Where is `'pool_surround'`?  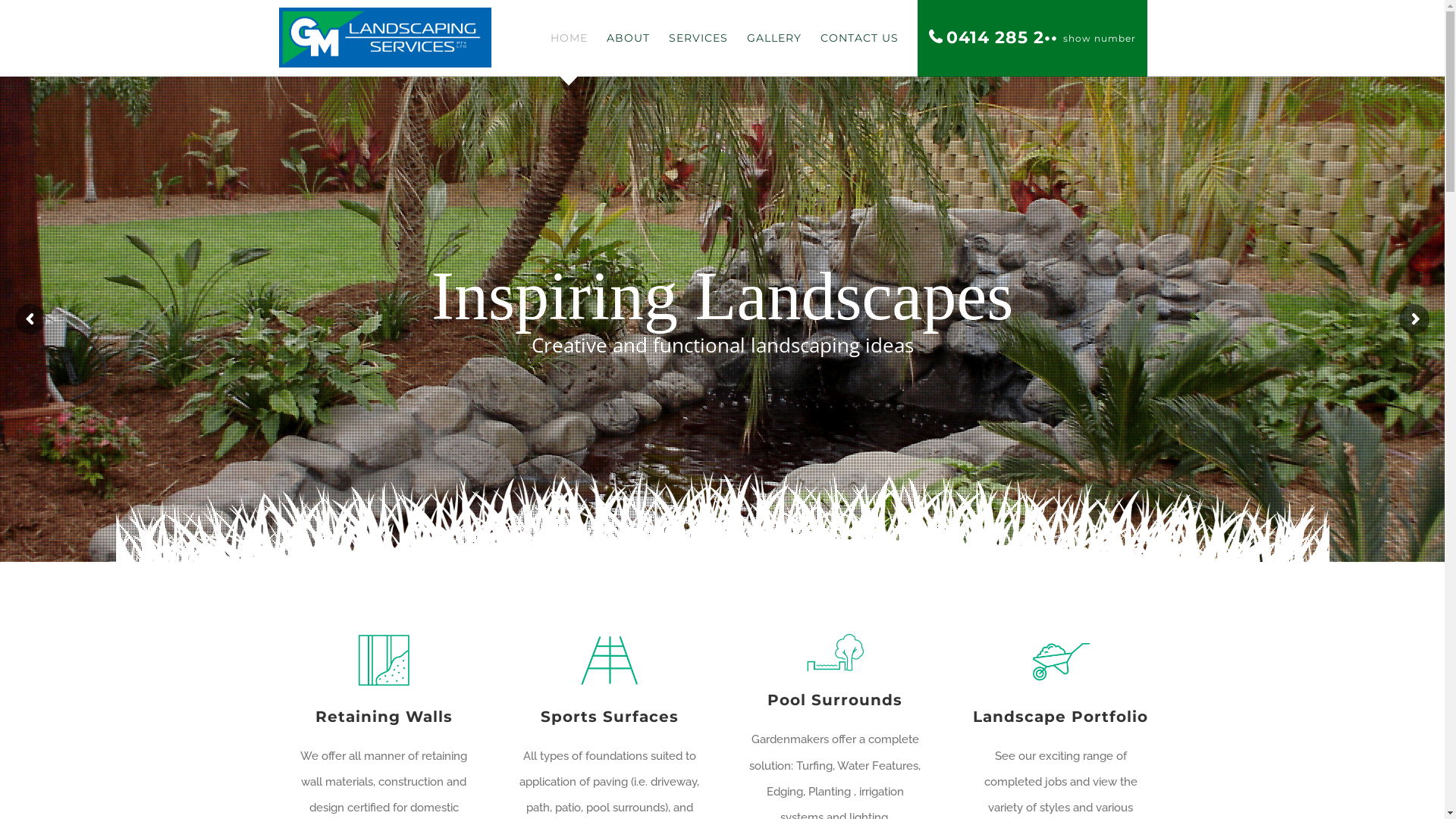 'pool_surround' is located at coordinates (833, 651).